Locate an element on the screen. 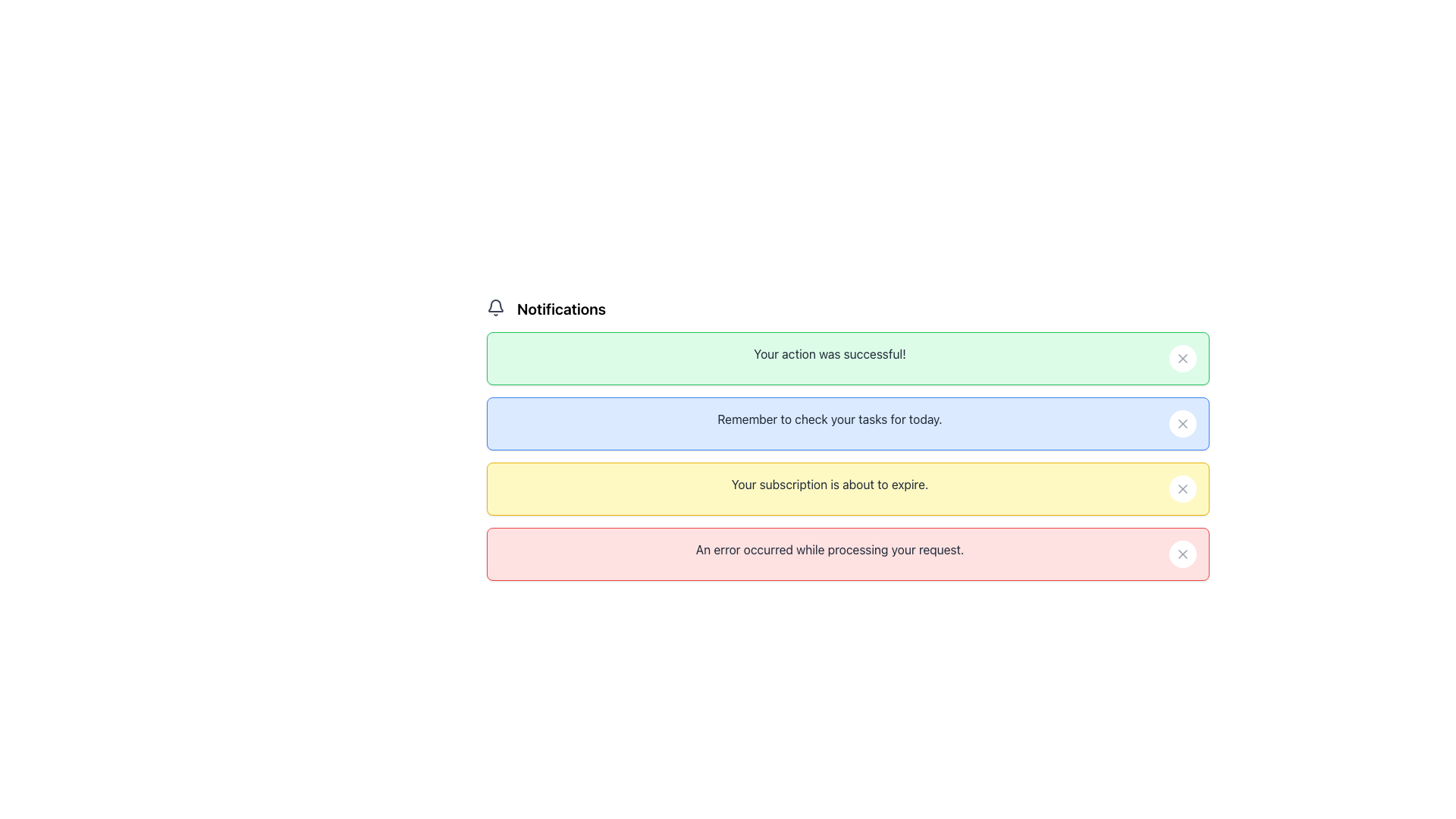  text content 'Remember to check your tasks for today.' displayed in bold sans-serif font over a light blue background, located in the second notification block from the top is located at coordinates (829, 419).